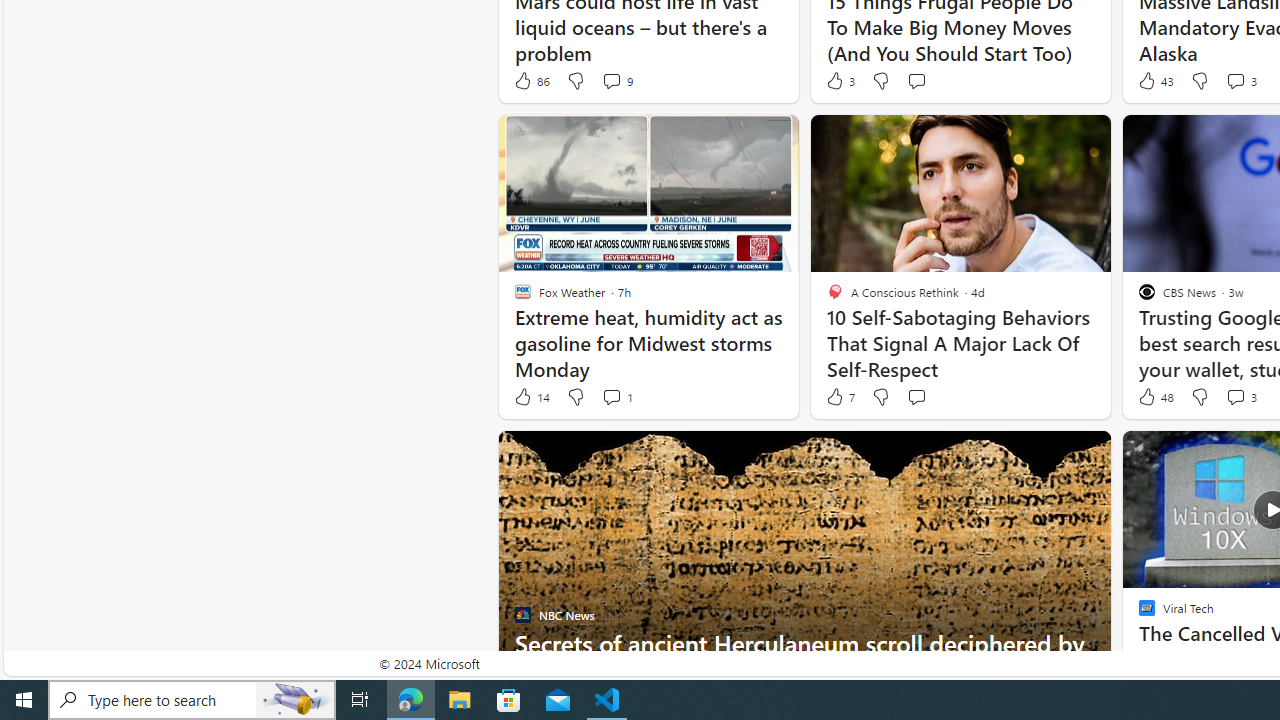 This screenshot has width=1280, height=720. Describe the element at coordinates (1154, 80) in the screenshot. I see `'43 Like'` at that location.